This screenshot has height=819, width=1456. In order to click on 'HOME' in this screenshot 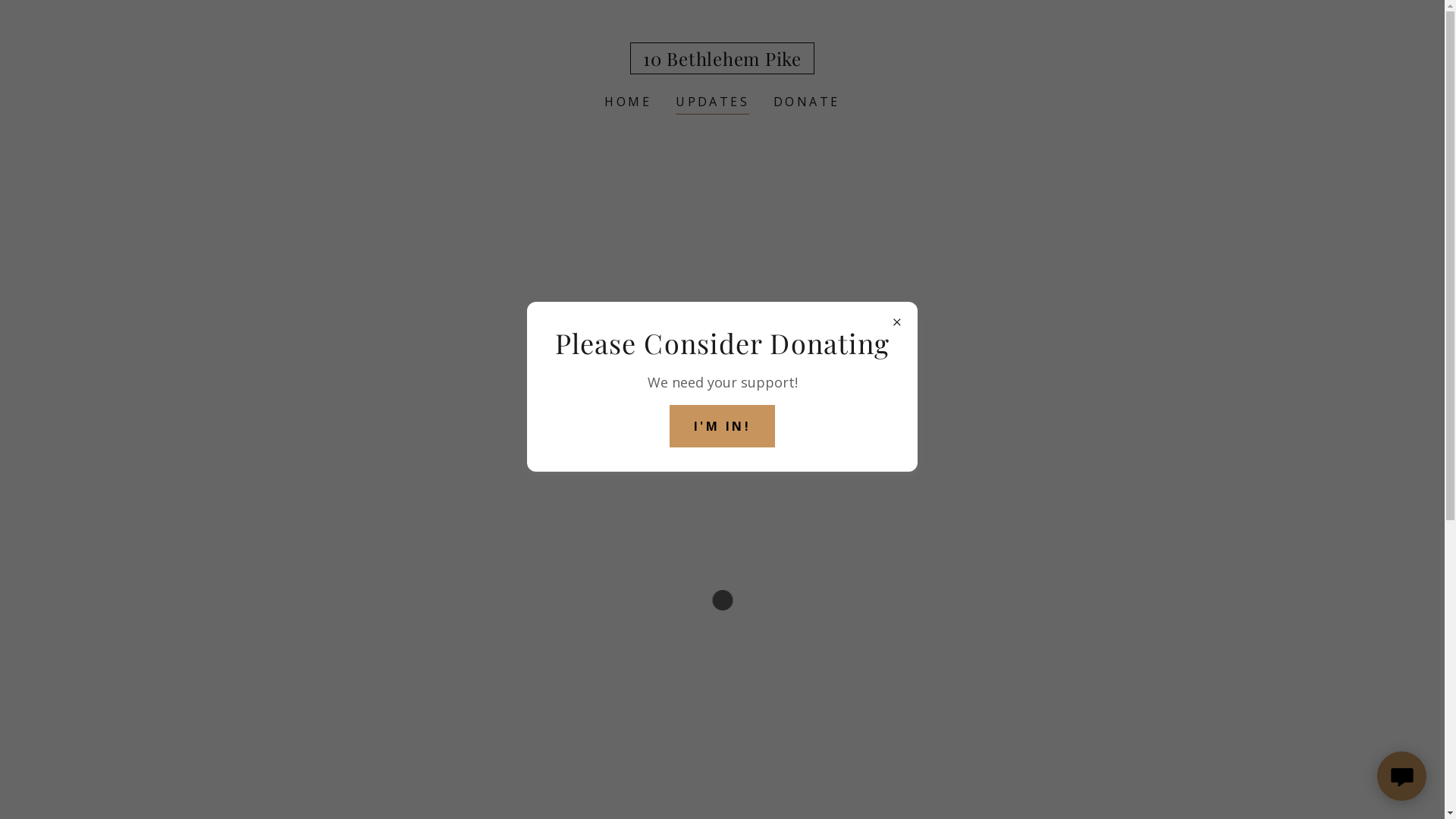, I will do `click(599, 102)`.